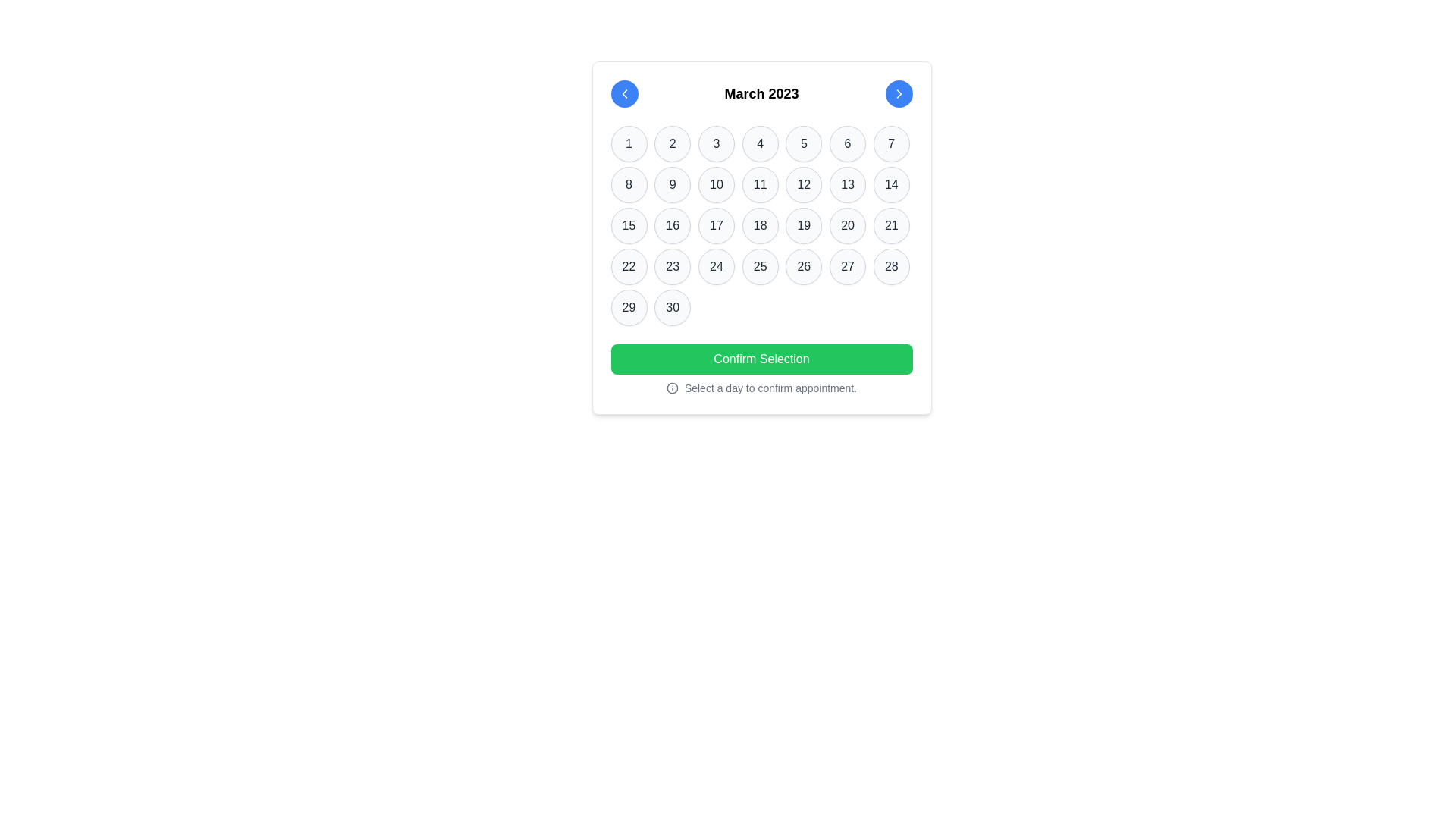  Describe the element at coordinates (629, 184) in the screenshot. I see `the selectable day button in the calendar interface located in the second column of the second row` at that location.